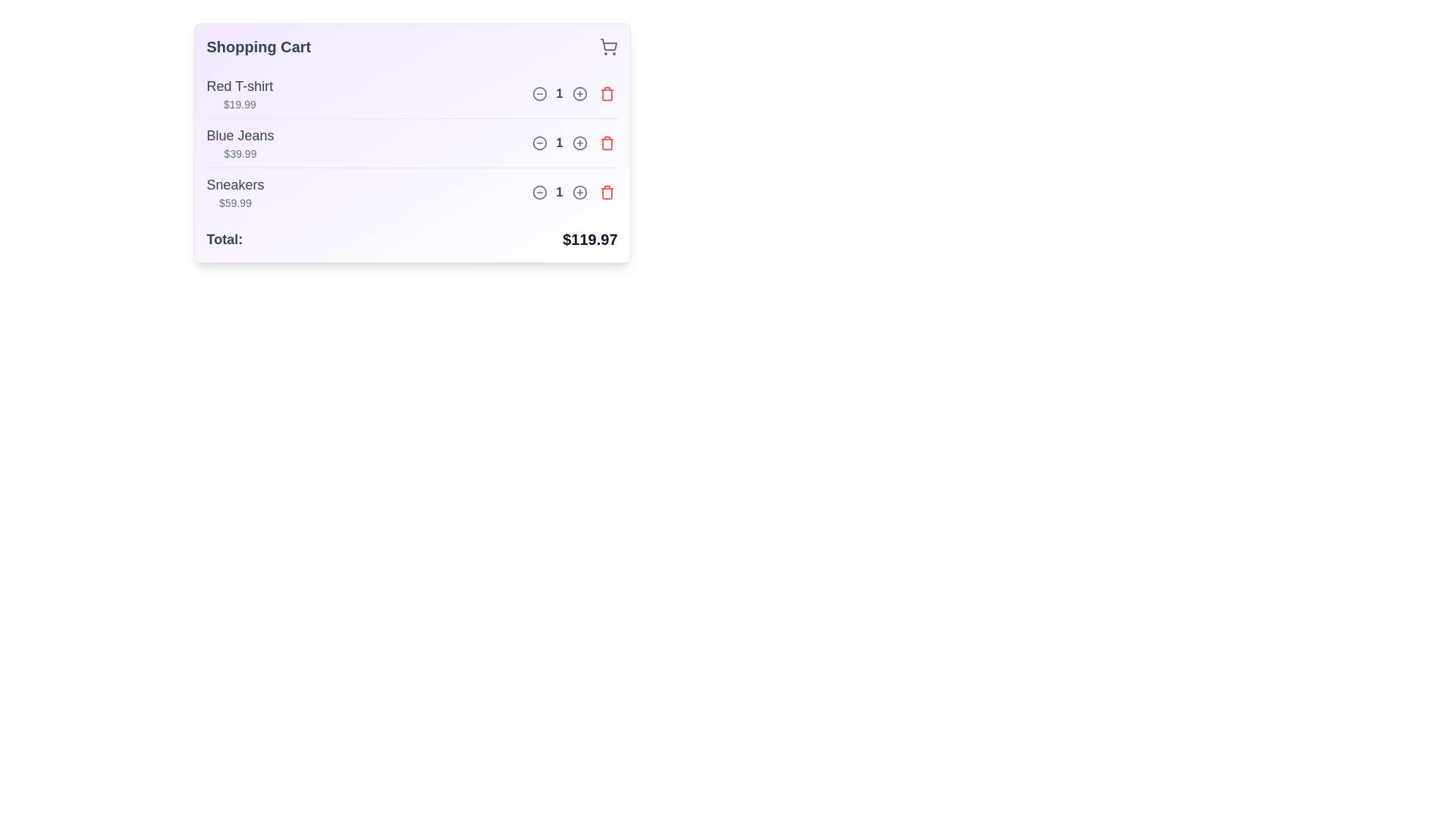 The width and height of the screenshot is (1456, 819). Describe the element at coordinates (579, 192) in the screenshot. I see `the circular plus button located in the right segment of the sneakers row in the shopping cart interface to increase the item quantity` at that location.